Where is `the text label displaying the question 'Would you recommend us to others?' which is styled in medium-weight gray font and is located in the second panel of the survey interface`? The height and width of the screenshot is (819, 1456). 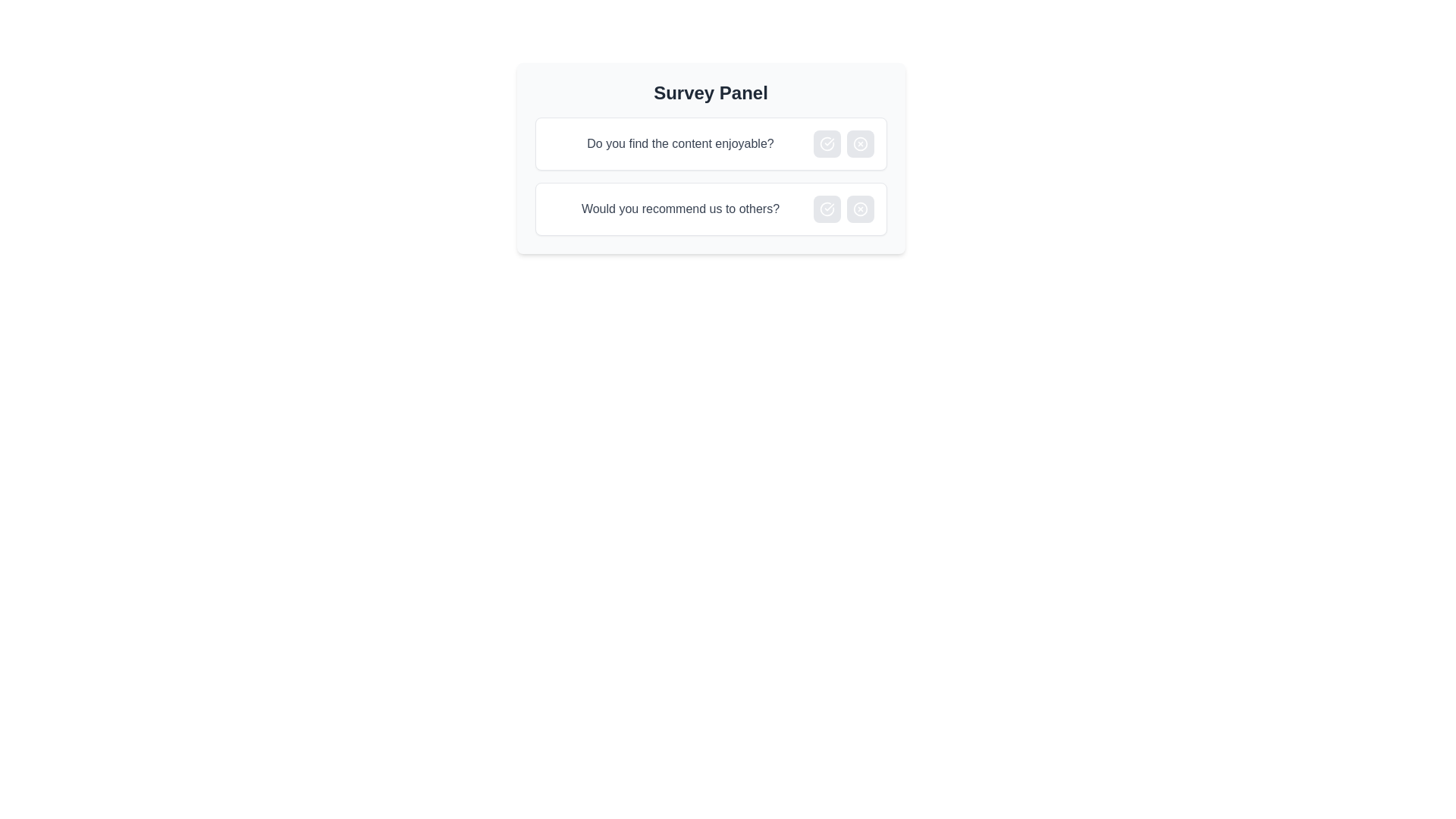
the text label displaying the question 'Would you recommend us to others?' which is styled in medium-weight gray font and is located in the second panel of the survey interface is located at coordinates (679, 209).